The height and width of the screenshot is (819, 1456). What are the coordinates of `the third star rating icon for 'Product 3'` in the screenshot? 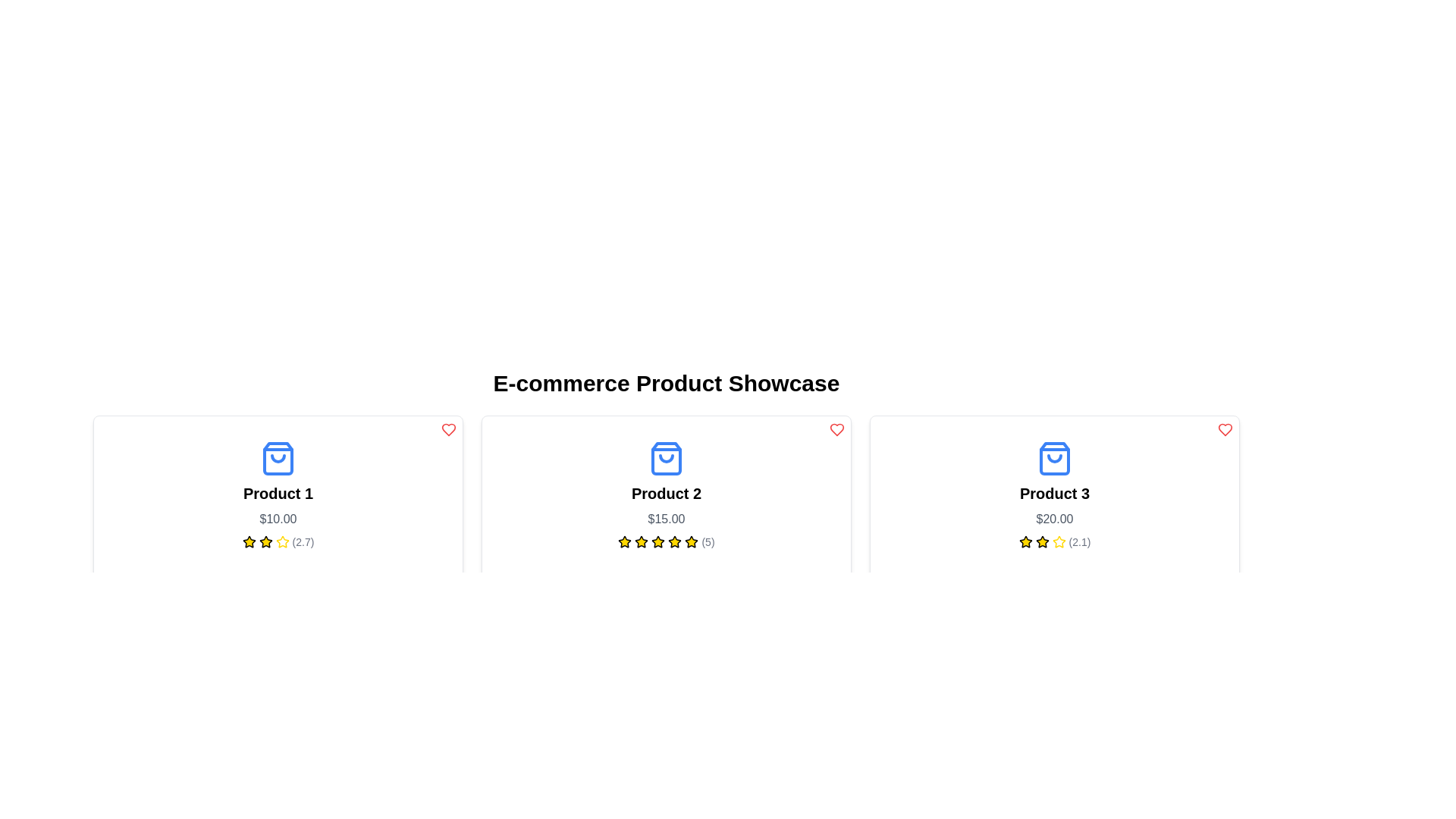 It's located at (1058, 541).